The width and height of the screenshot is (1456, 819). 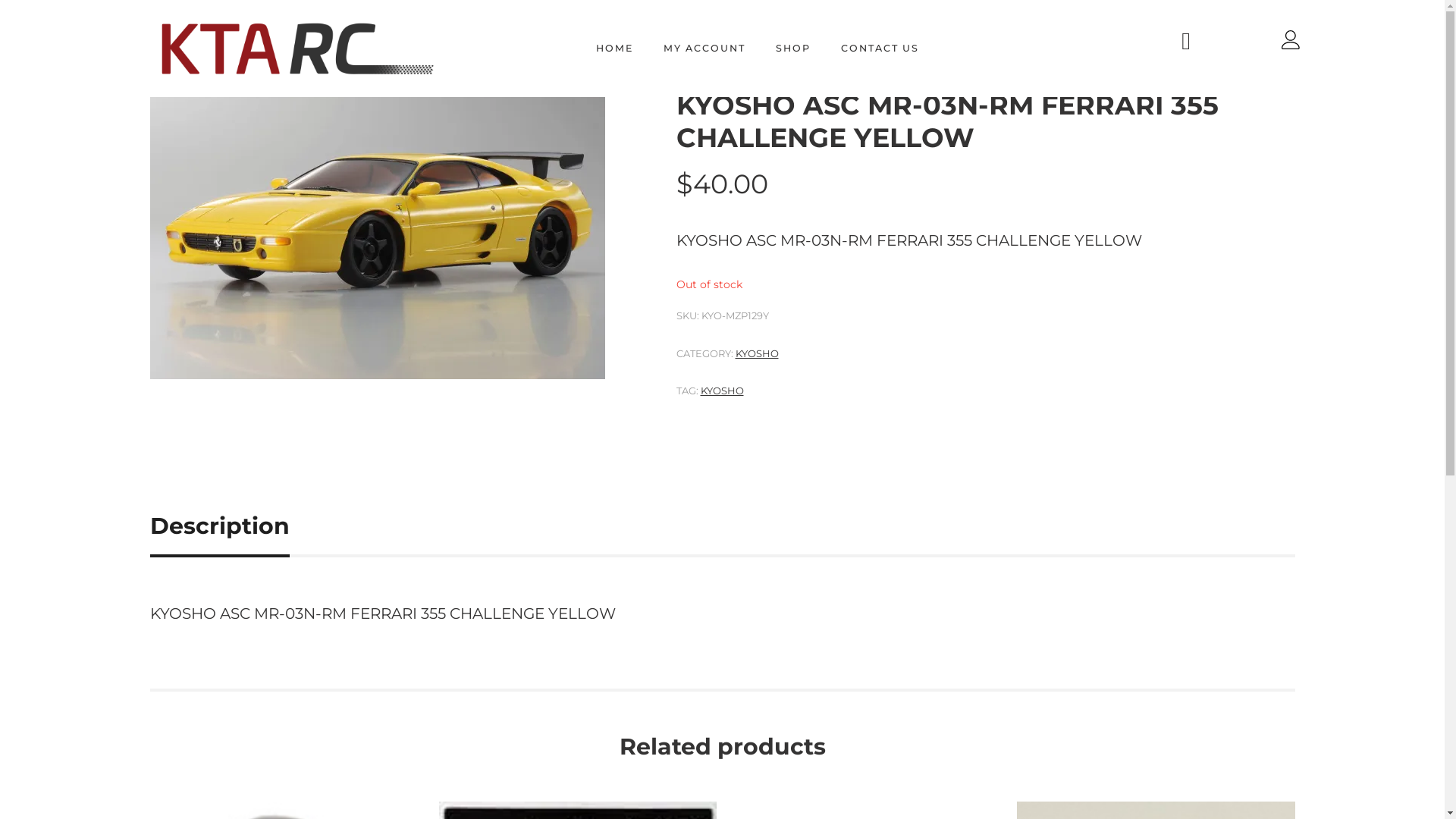 I want to click on 'MY ACCOUNT', so click(x=663, y=48).